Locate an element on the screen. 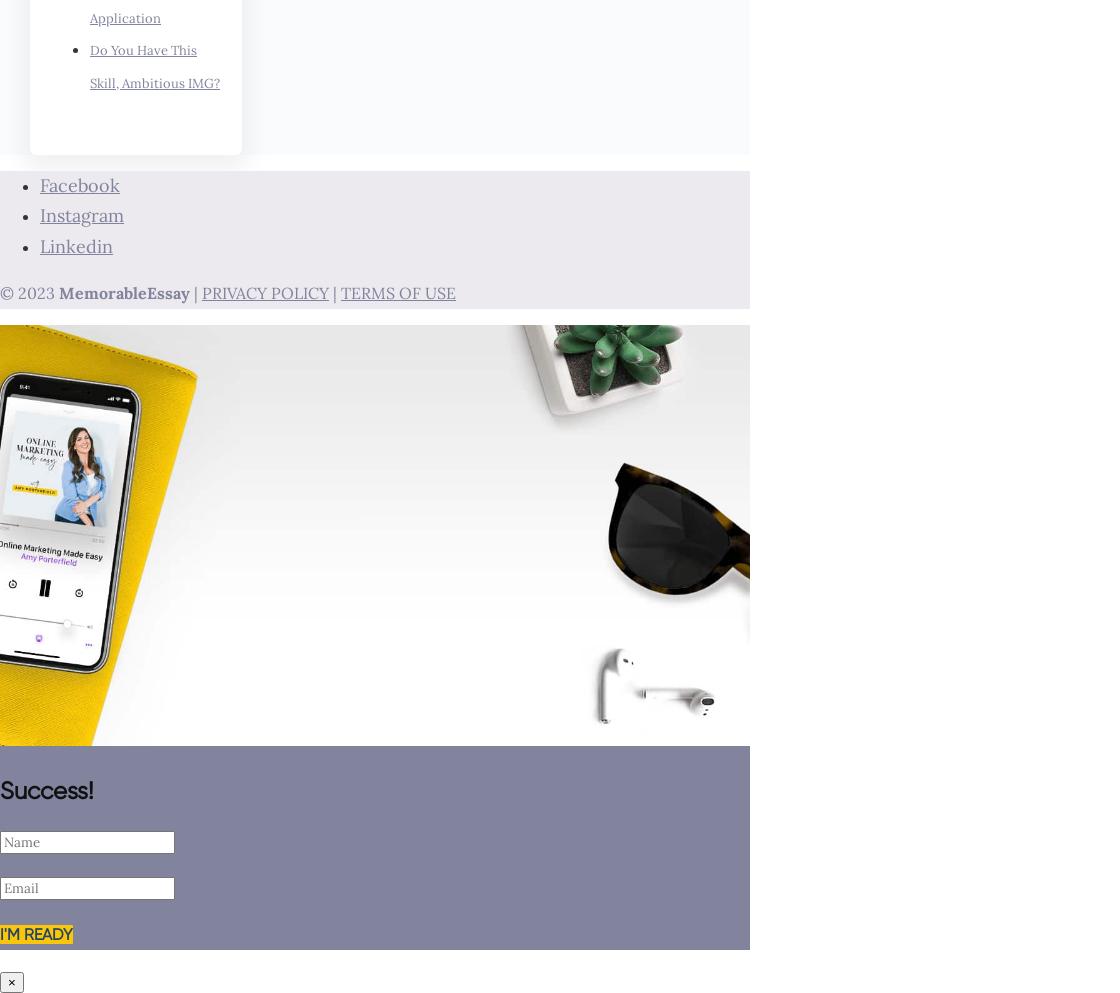 This screenshot has height=993, width=1120. 'Do You Have This Skill, Ambitious IMG?' is located at coordinates (90, 66).